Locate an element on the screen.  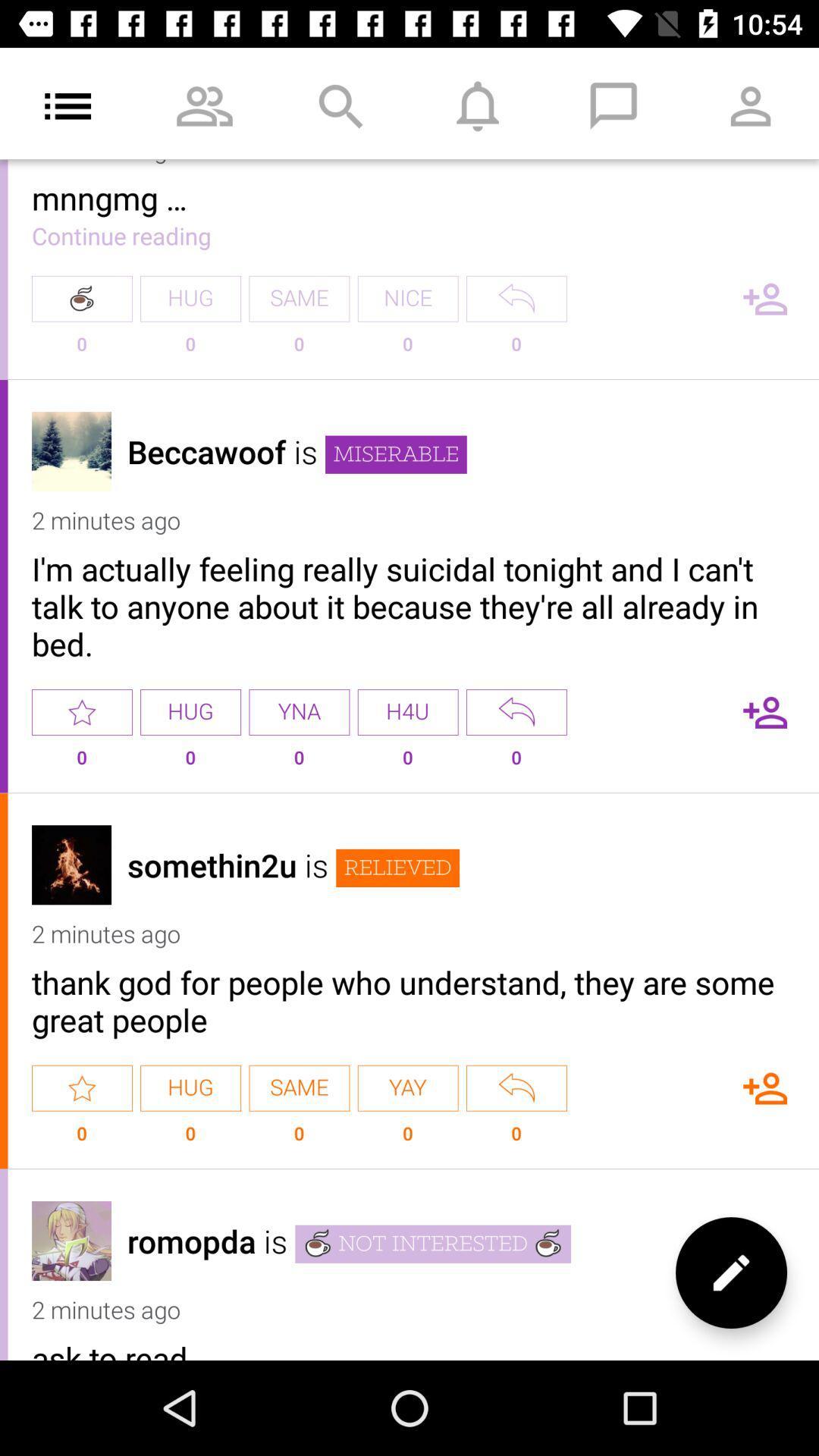
star rating is located at coordinates (82, 1087).